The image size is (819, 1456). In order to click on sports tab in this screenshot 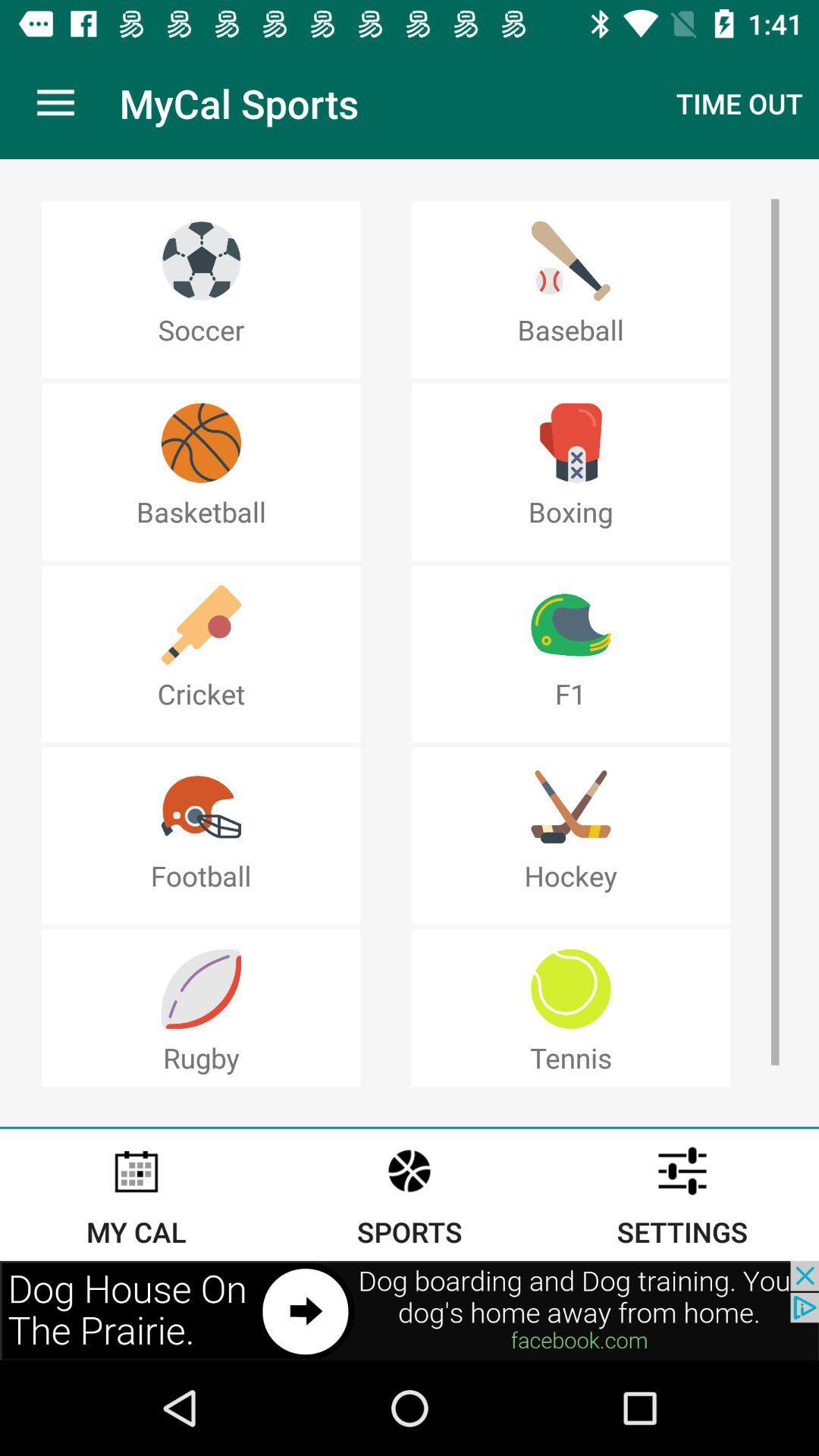, I will do `click(409, 1194)`.